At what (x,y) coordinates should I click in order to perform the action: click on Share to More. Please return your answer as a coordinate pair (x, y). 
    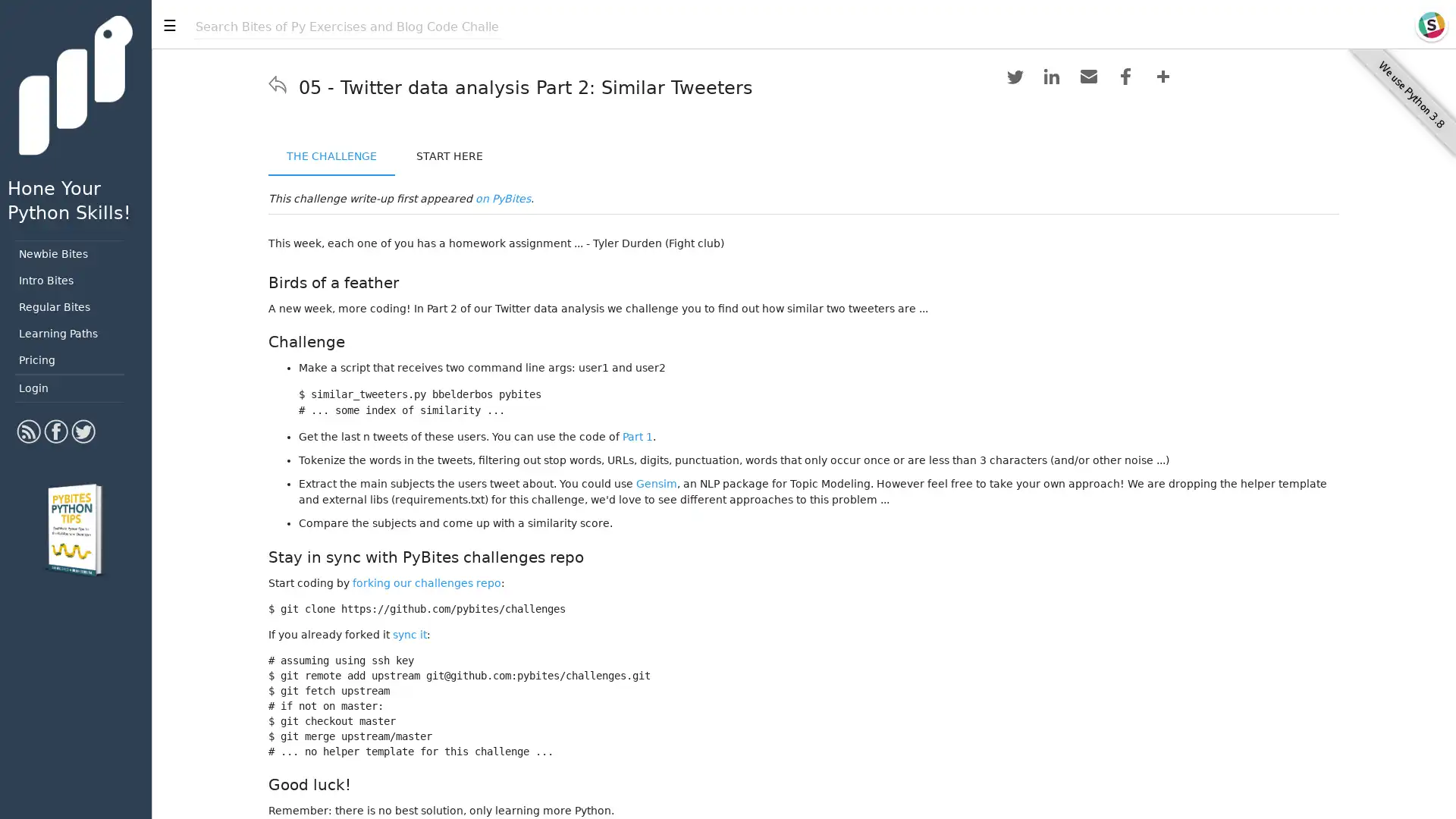
    Looking at the image, I should click on (1153, 76).